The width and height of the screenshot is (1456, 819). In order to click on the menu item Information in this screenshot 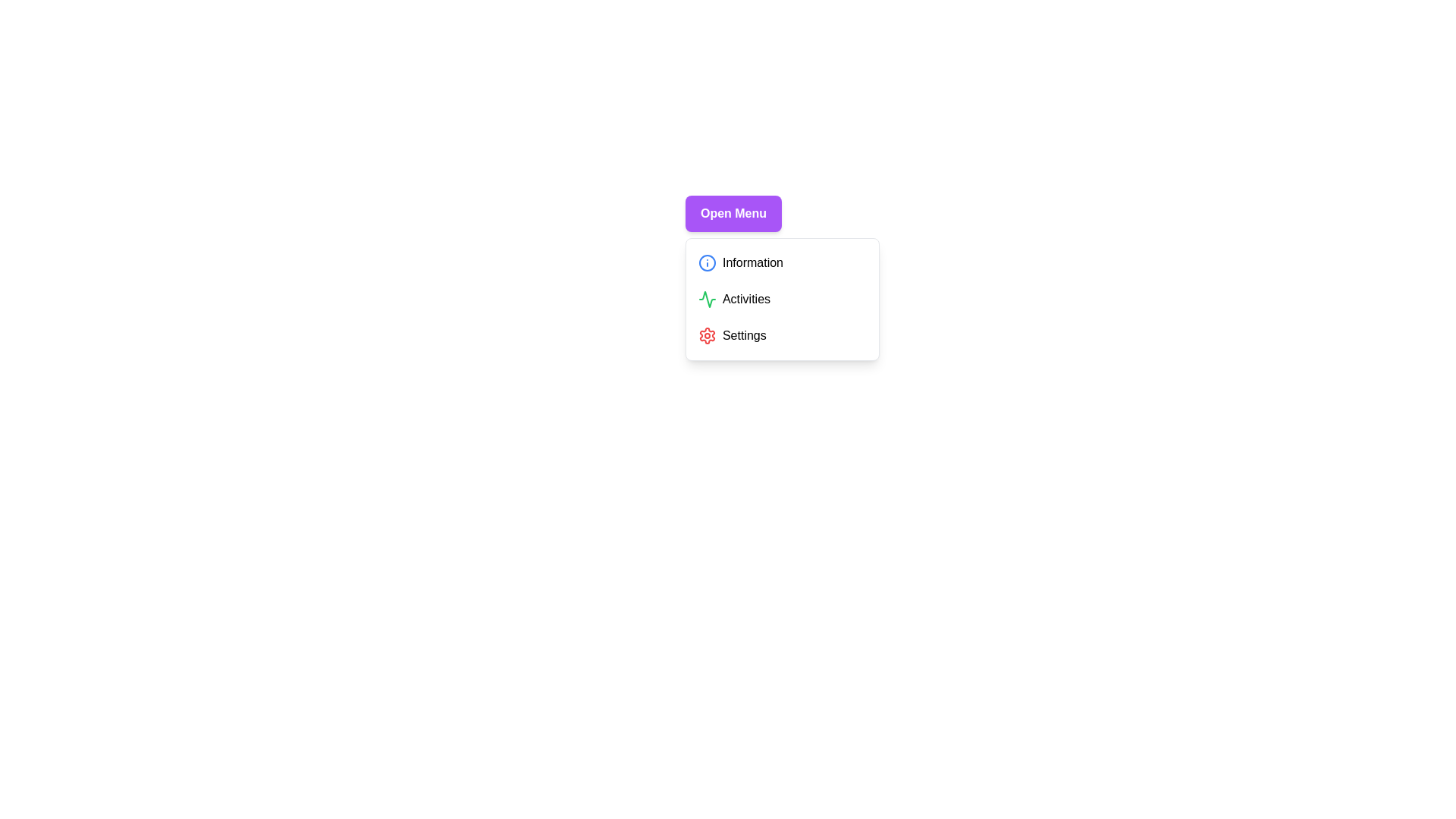, I will do `click(783, 262)`.